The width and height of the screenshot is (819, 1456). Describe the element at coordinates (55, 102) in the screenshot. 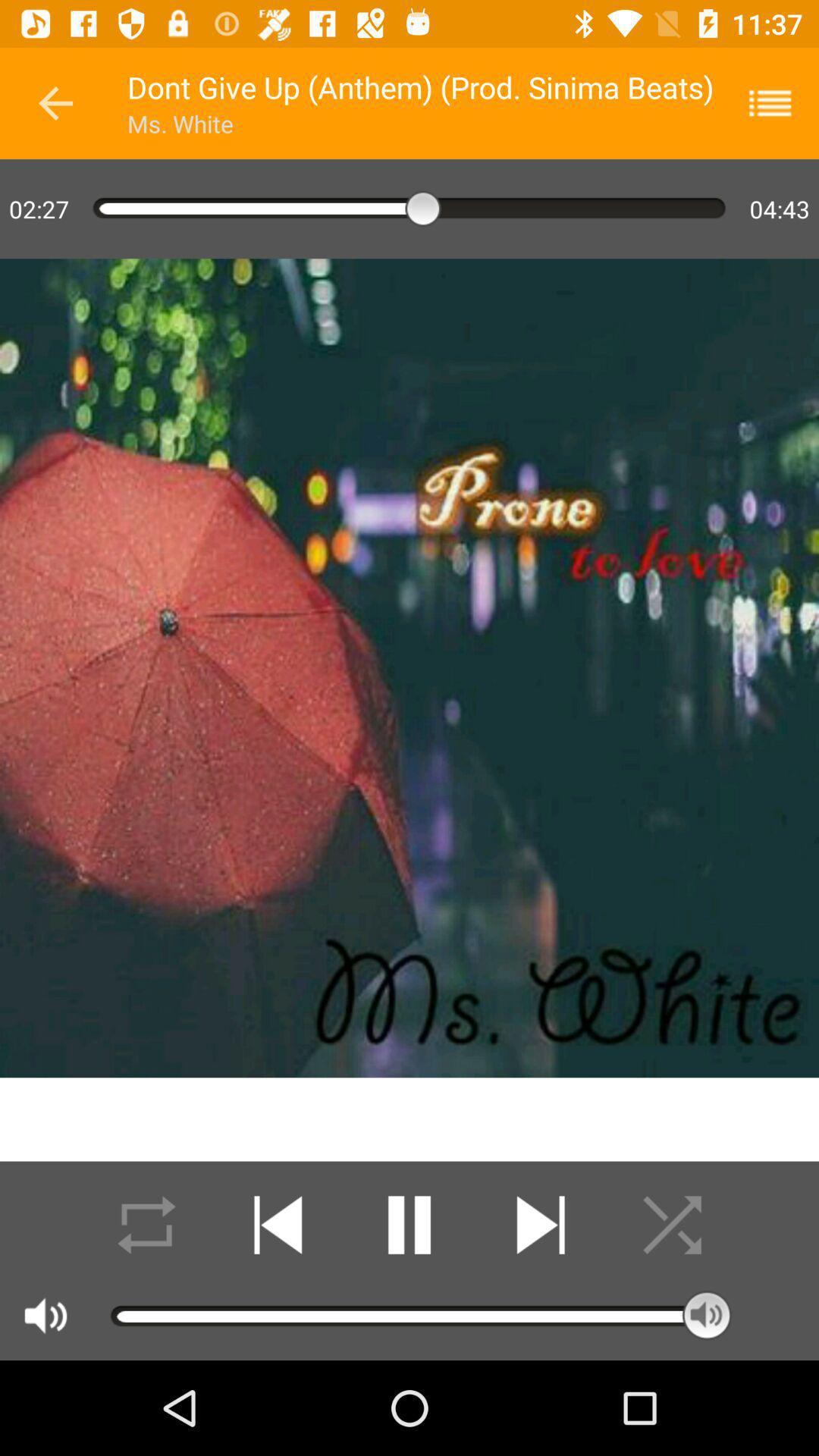

I see `item next to dont give up icon` at that location.